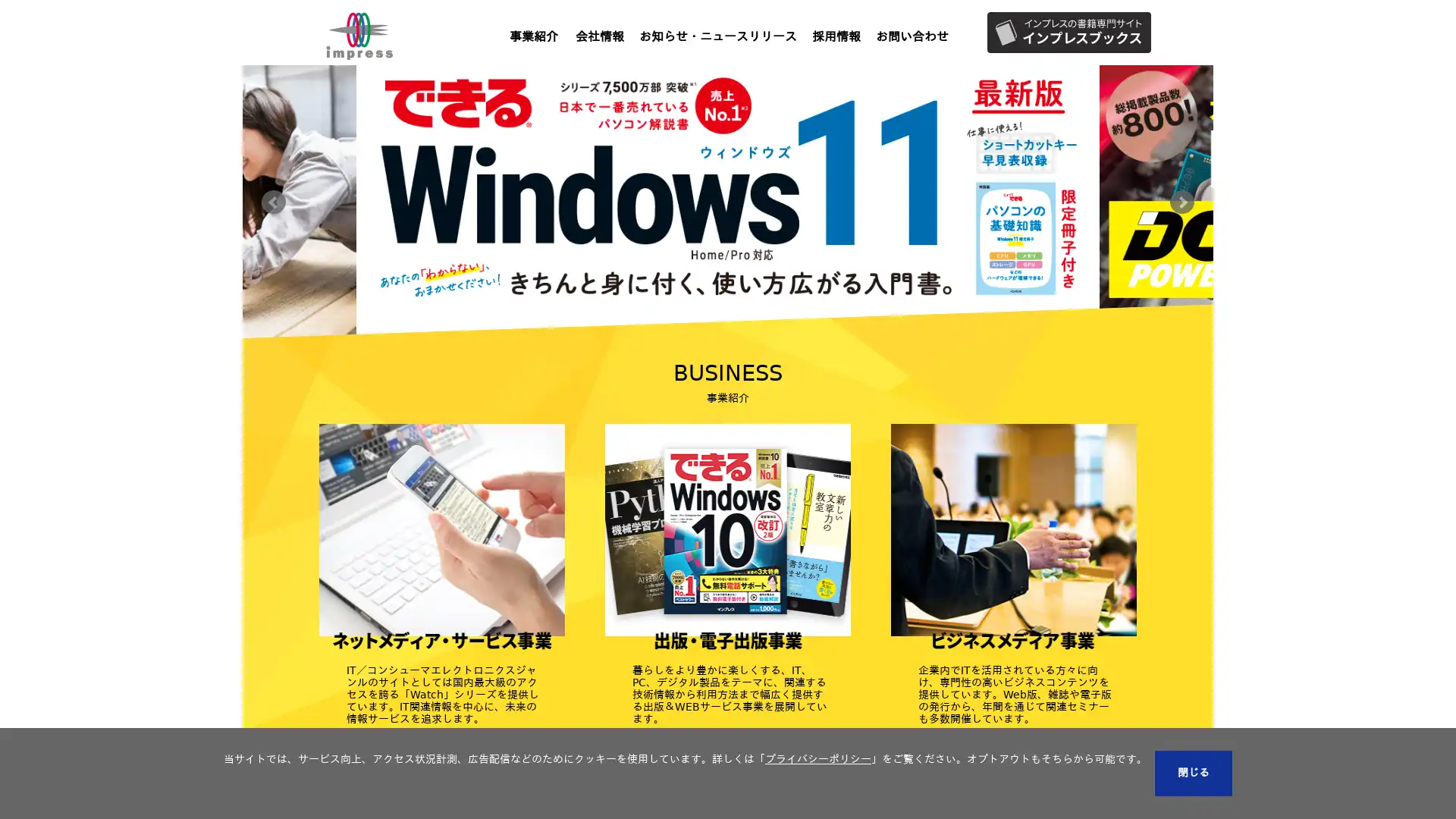  I want to click on a 3, so click(728, 350).